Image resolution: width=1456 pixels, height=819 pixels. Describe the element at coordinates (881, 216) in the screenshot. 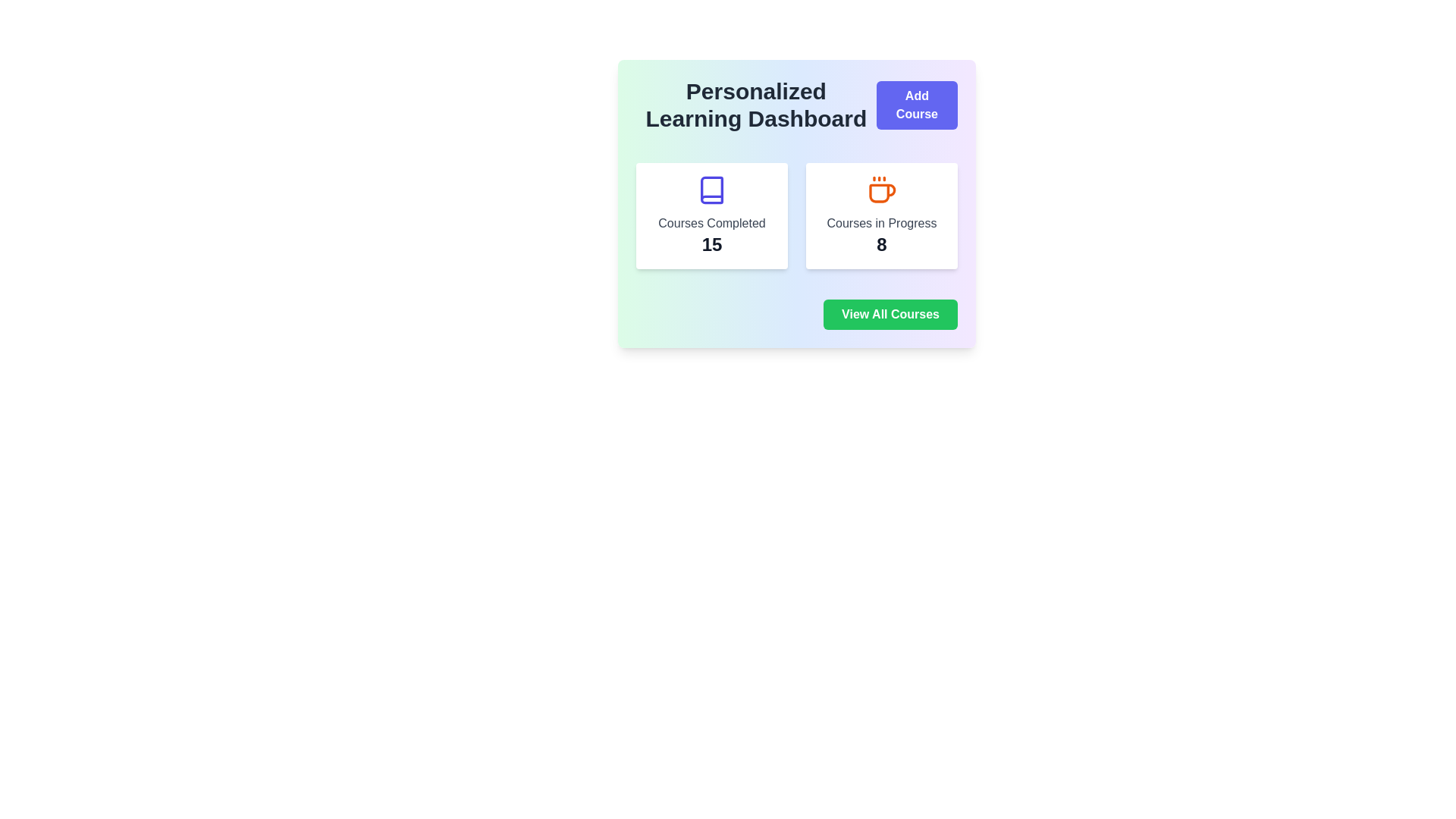

I see `the information displayed on the Summary card featuring a coffee cup icon, the text 'Courses in Progress', and the number '8'` at that location.